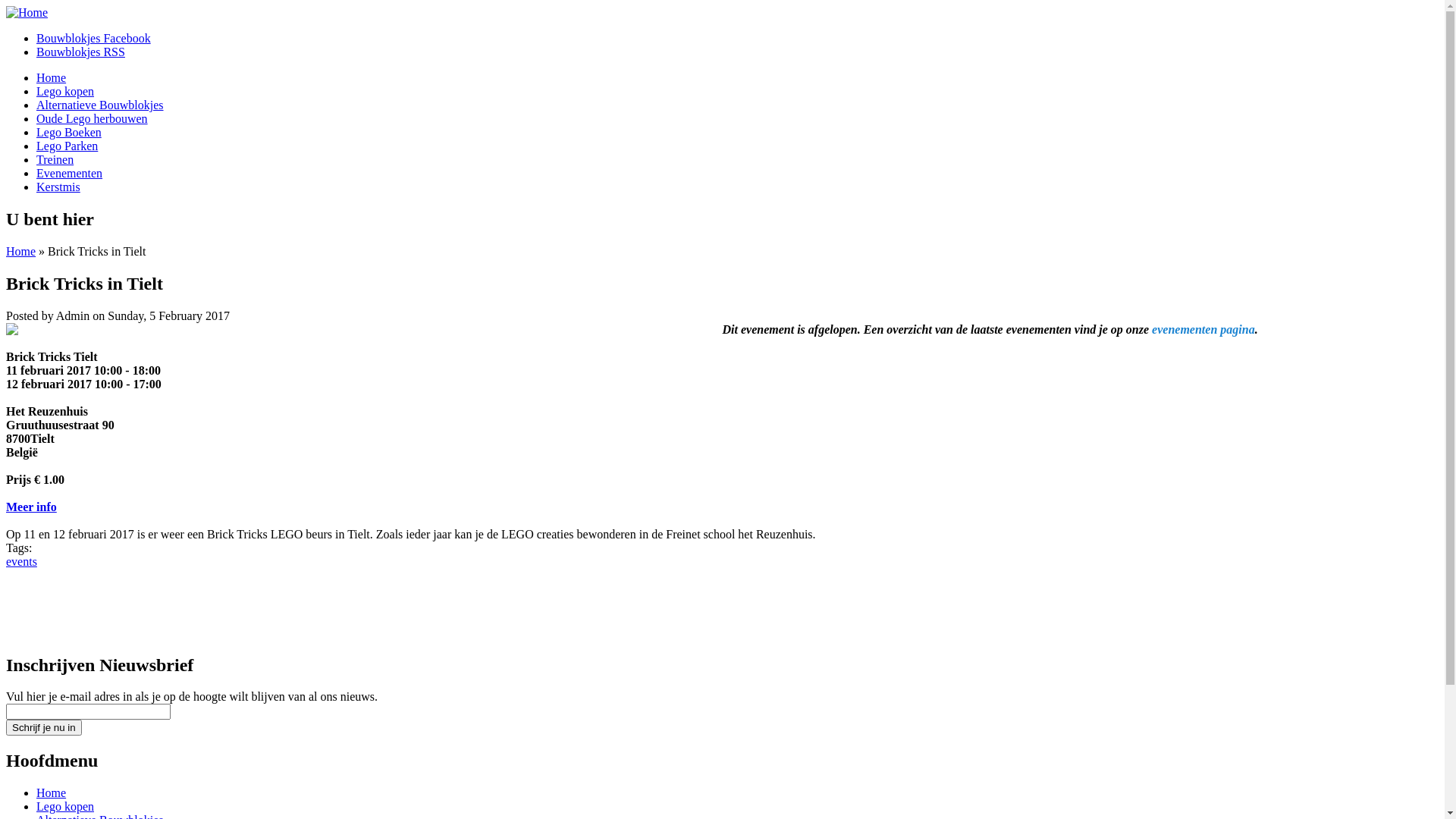  Describe the element at coordinates (36, 91) in the screenshot. I see `'Lego kopen'` at that location.